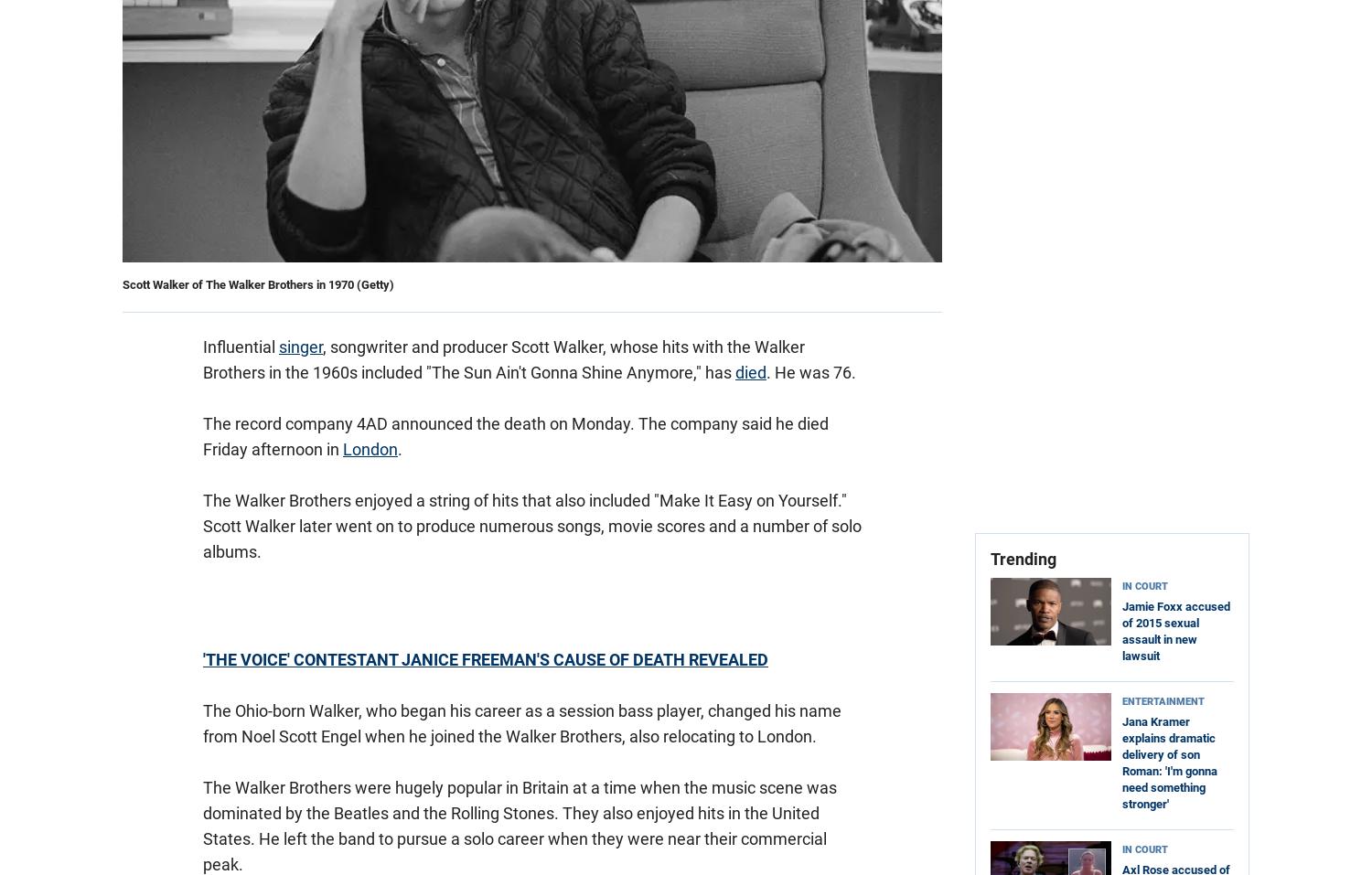 Image resolution: width=1372 pixels, height=875 pixels. I want to click on ', songwriter and producer Scott Walker, whose hits with the Walker Brothers in the 1960s included "The Sun Ain't Gonna Shine Anymore," has', so click(202, 358).